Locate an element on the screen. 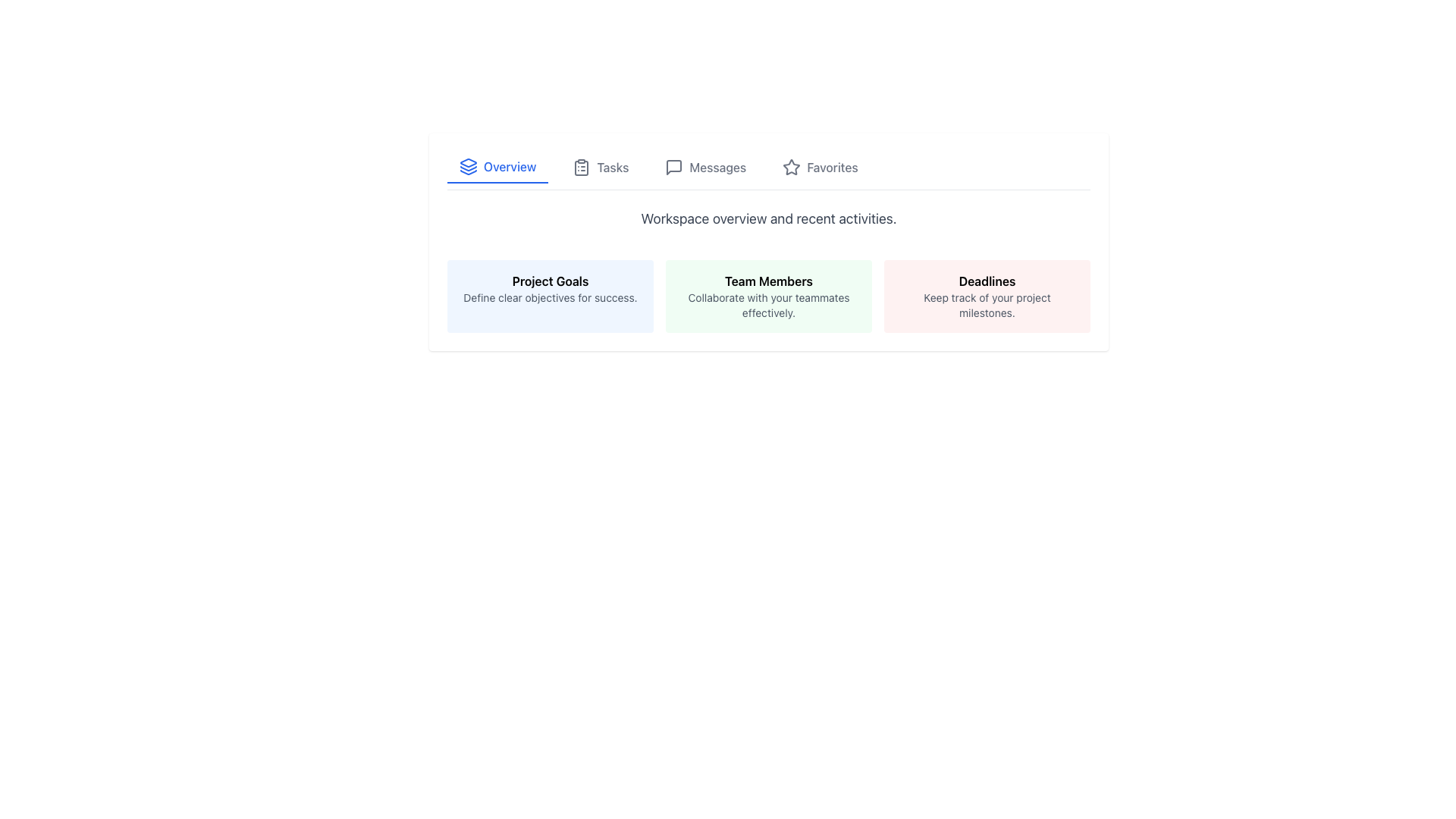 This screenshot has height=819, width=1456. the Icon Button resembling a speech bubble located in the navigation bar near the 'Messages' text label is located at coordinates (673, 167).